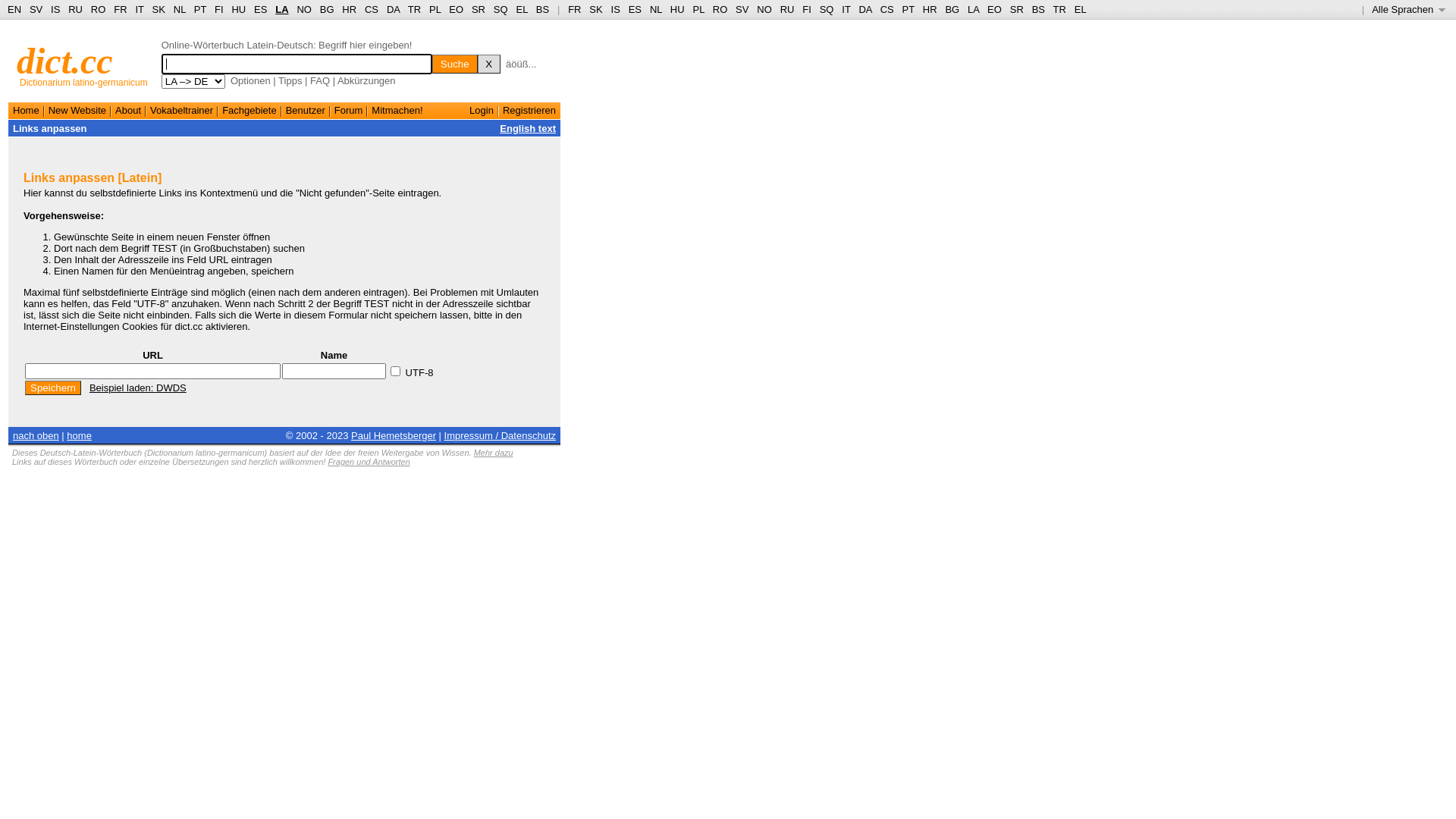 This screenshot has width=1456, height=819. Describe the element at coordinates (840, 9) in the screenshot. I see `'IT'` at that location.